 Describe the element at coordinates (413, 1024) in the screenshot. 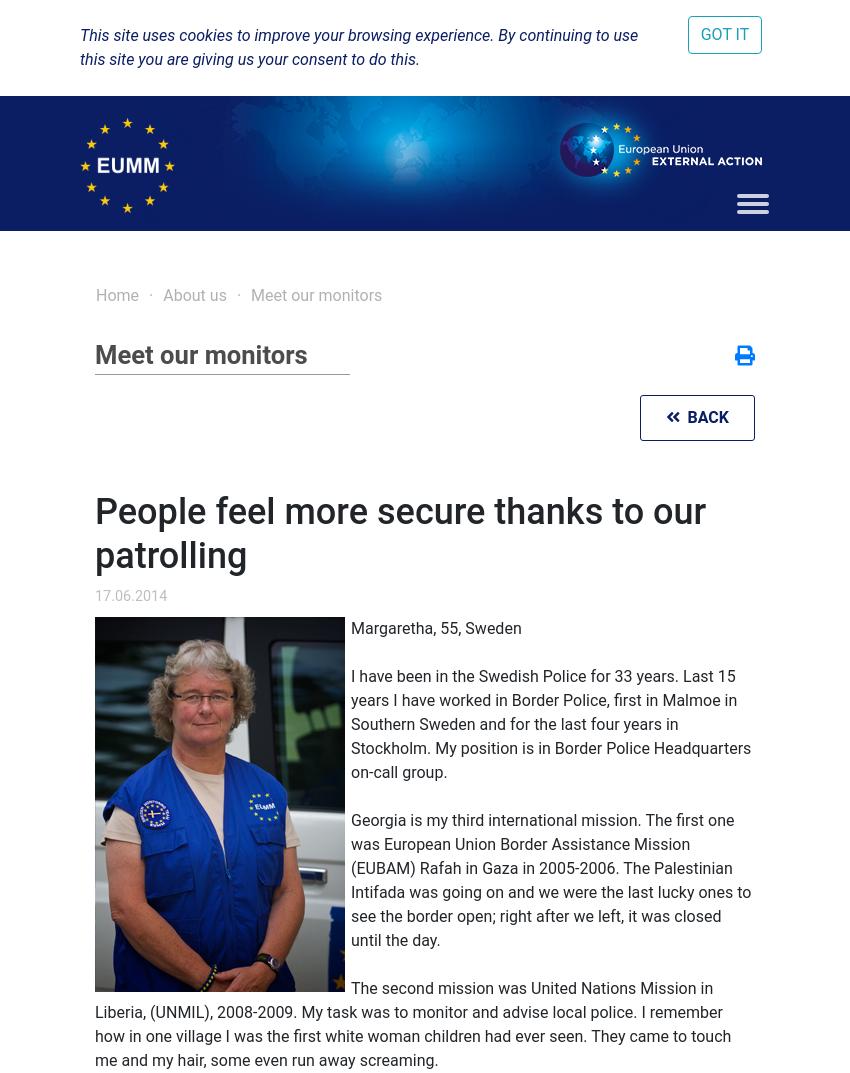

I see `'The second mission was United Nations Mission in Liberia, (UNMIL), 
2008-2009. My task was to monitor and advise local police. I remember 
how in one village I was the first white woman children had ever seen. 
They came to touch me and my hair, some even run away screaming.'` at that location.